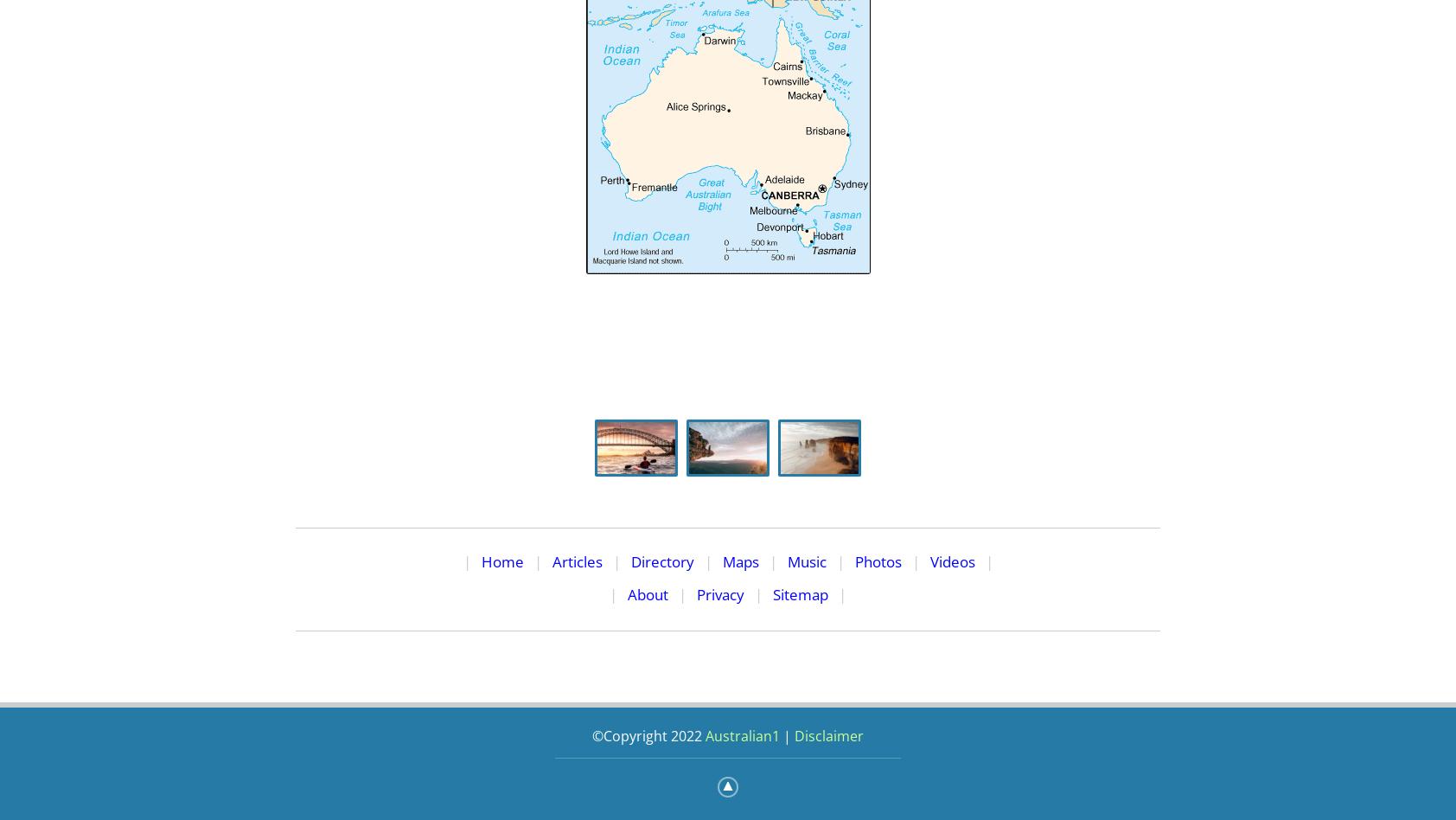  What do you see at coordinates (951, 560) in the screenshot?
I see `'Videos'` at bounding box center [951, 560].